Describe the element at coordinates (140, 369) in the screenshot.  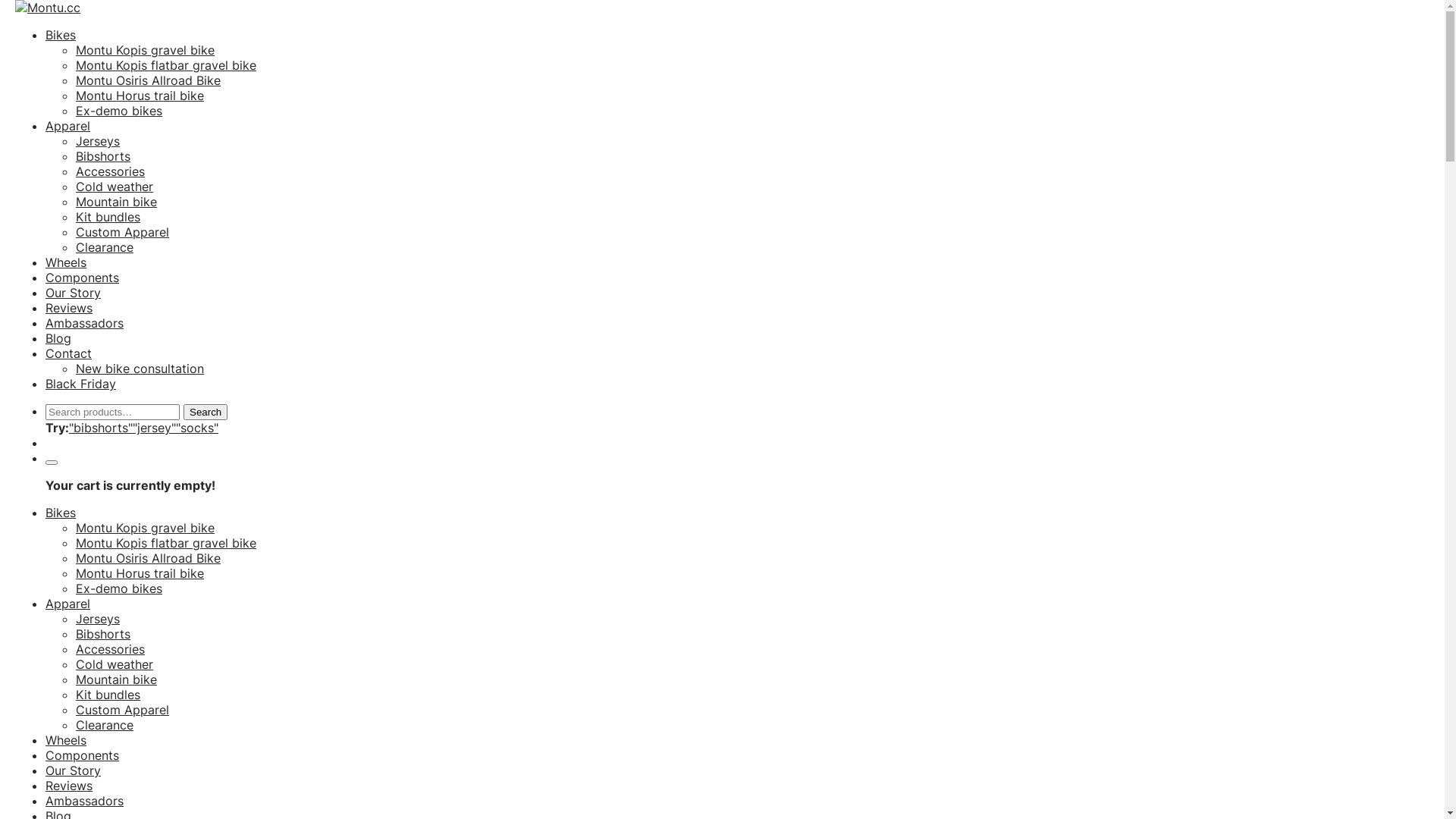
I see `'New bike consultation'` at that location.